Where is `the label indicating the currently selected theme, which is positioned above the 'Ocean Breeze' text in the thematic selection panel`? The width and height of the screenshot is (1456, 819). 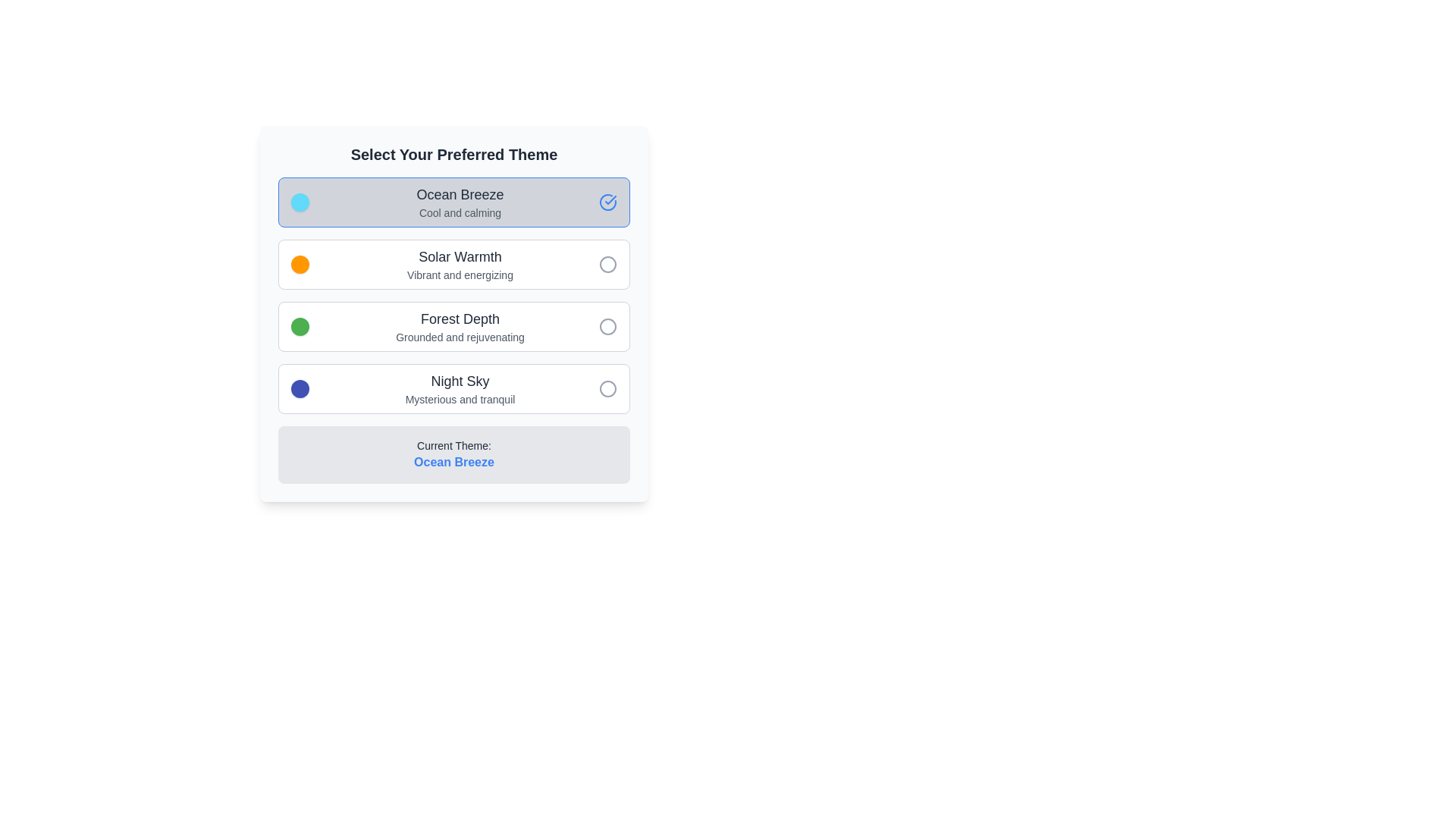 the label indicating the currently selected theme, which is positioned above the 'Ocean Breeze' text in the thematic selection panel is located at coordinates (453, 444).